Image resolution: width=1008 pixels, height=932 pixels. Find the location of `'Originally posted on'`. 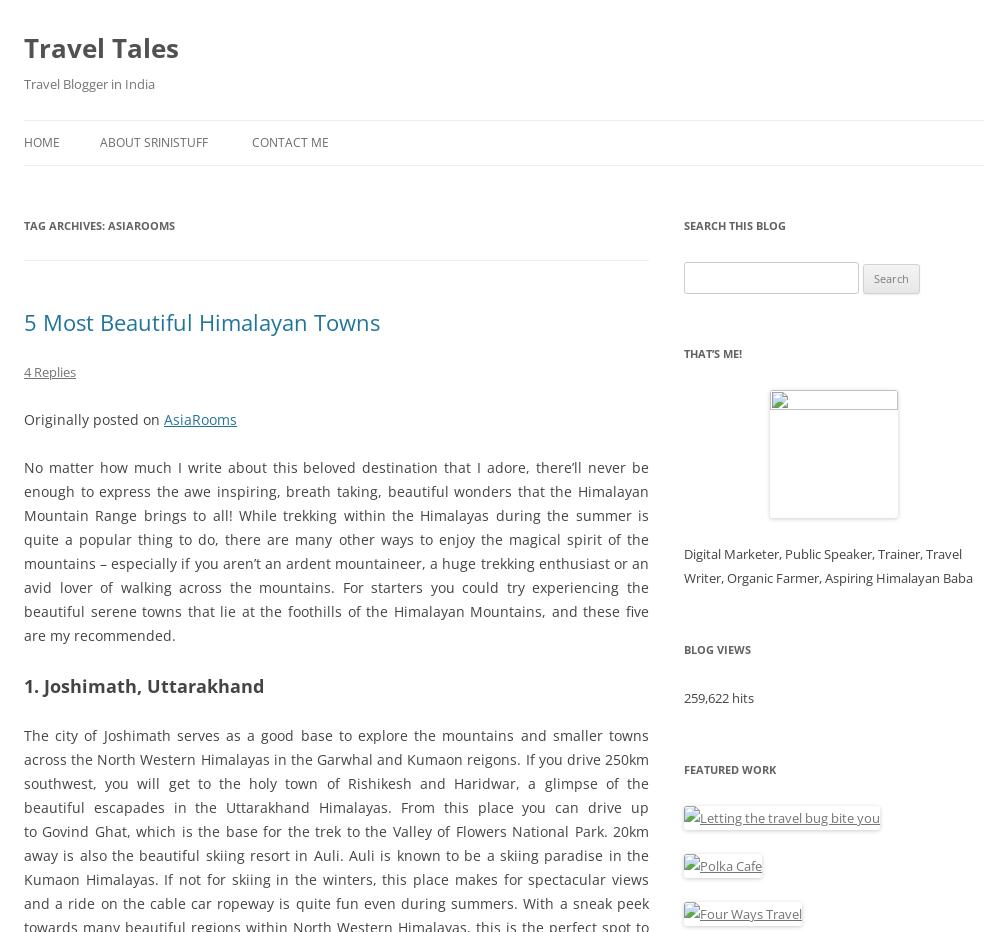

'Originally posted on' is located at coordinates (94, 418).